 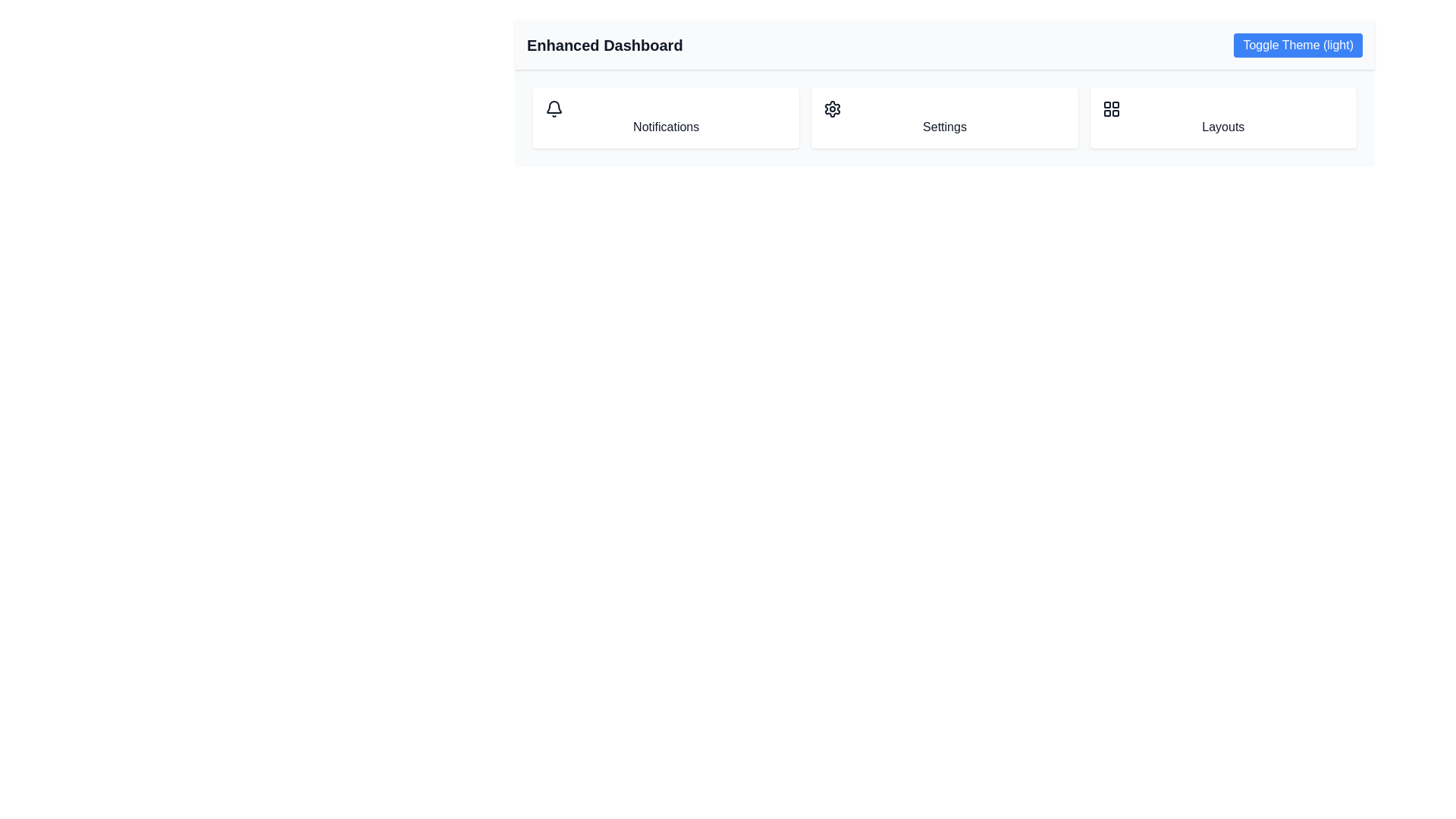 I want to click on the grid layout icon located centrally within the 'Layouts' card on the rightmost side of the dashboard, so click(x=1111, y=108).